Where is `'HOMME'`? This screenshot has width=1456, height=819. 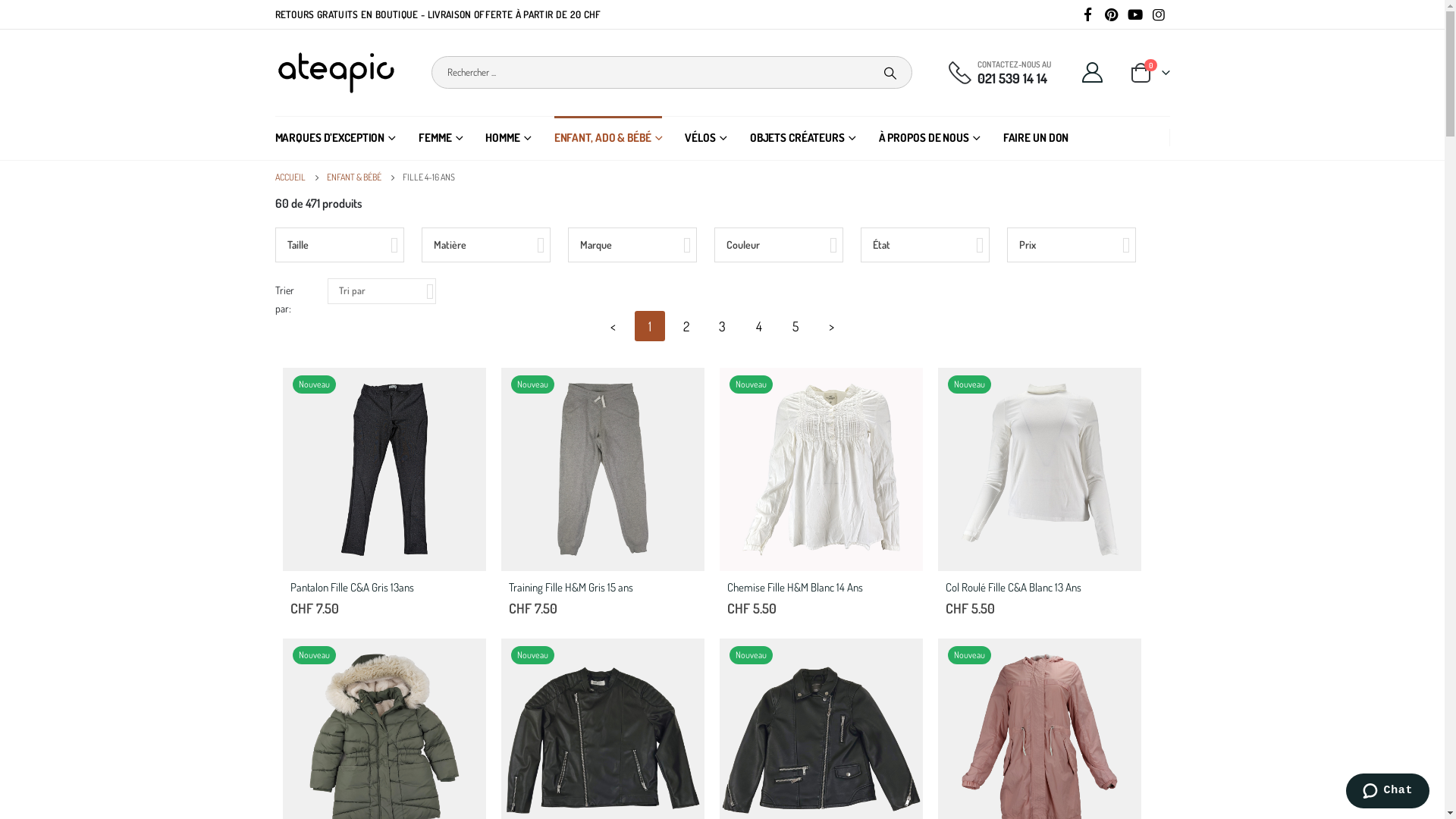 'HOMME' is located at coordinates (508, 137).